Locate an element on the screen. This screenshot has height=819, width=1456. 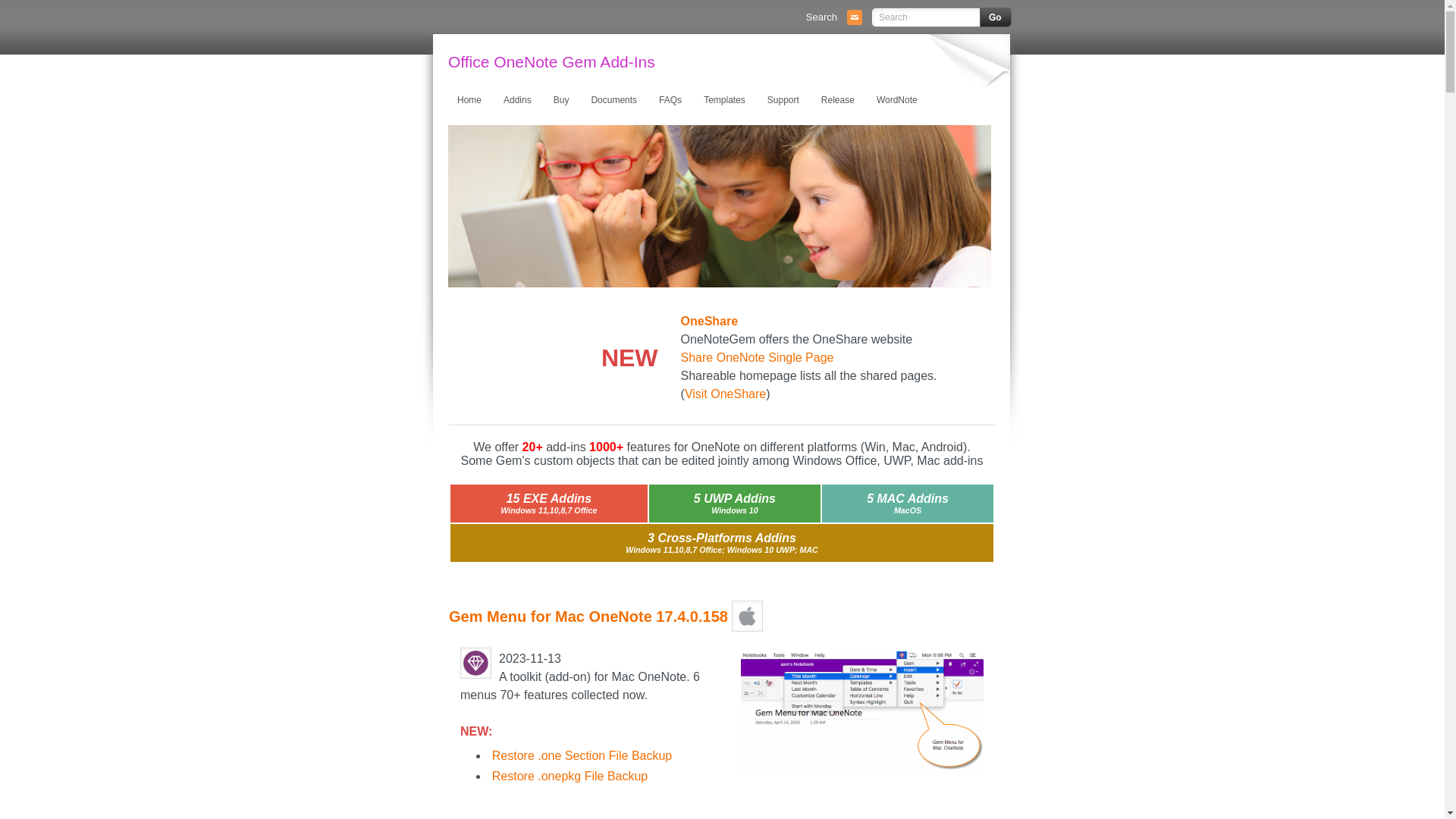
'Visit OneShare' is located at coordinates (724, 393).